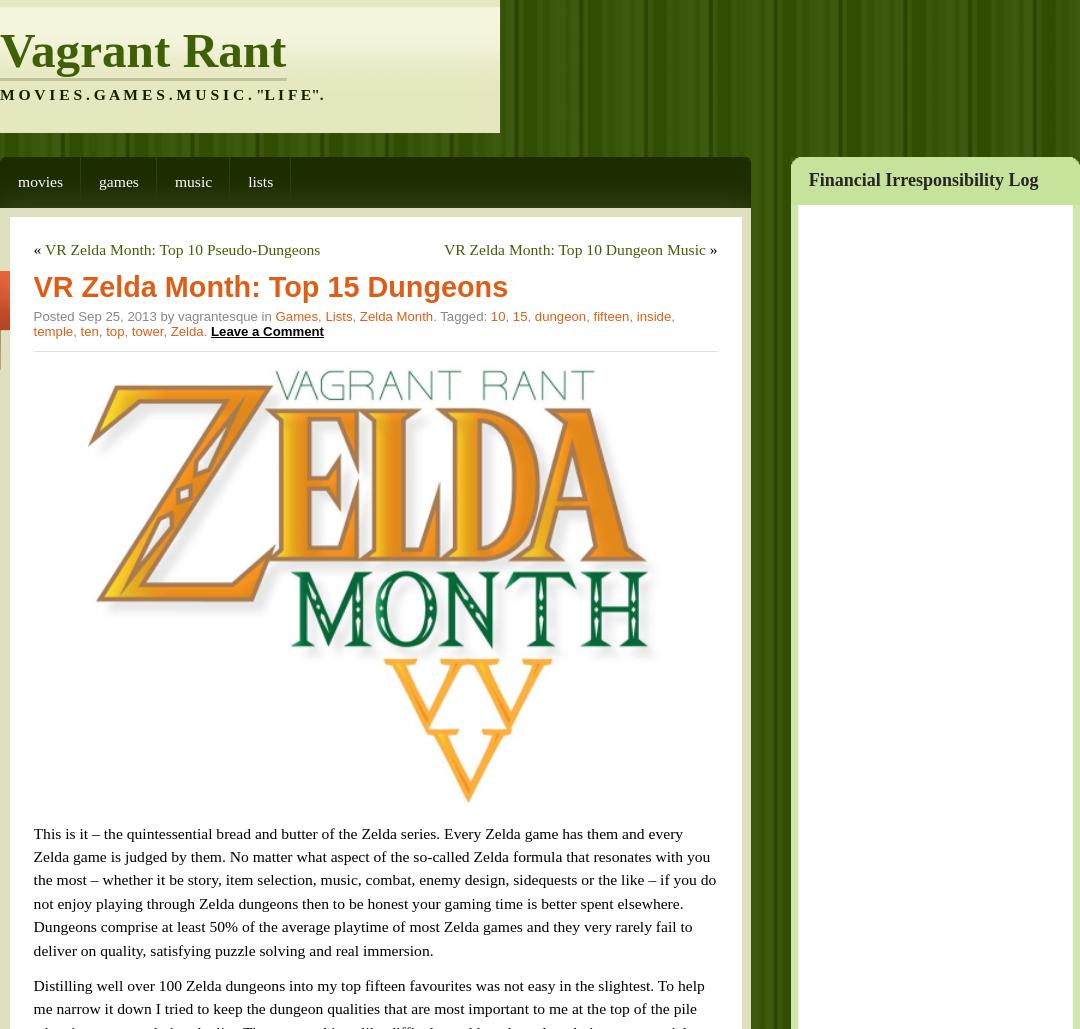 This screenshot has width=1080, height=1029. What do you see at coordinates (222, 274) in the screenshot?
I see `'Leave a Comment'` at bounding box center [222, 274].